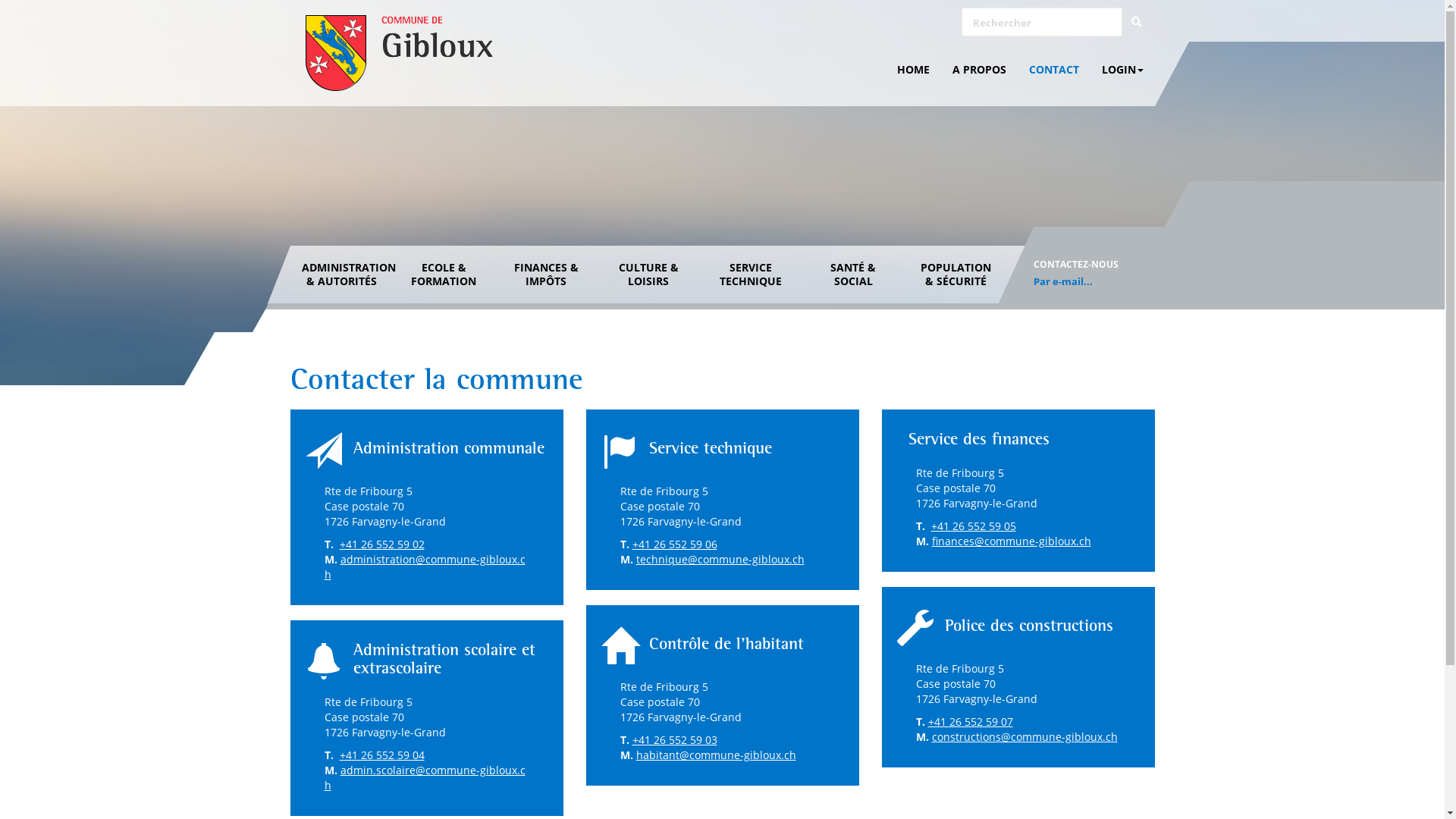 This screenshot has width=1456, height=819. Describe the element at coordinates (1011, 540) in the screenshot. I see `'finances@commune-gibloux.ch'` at that location.